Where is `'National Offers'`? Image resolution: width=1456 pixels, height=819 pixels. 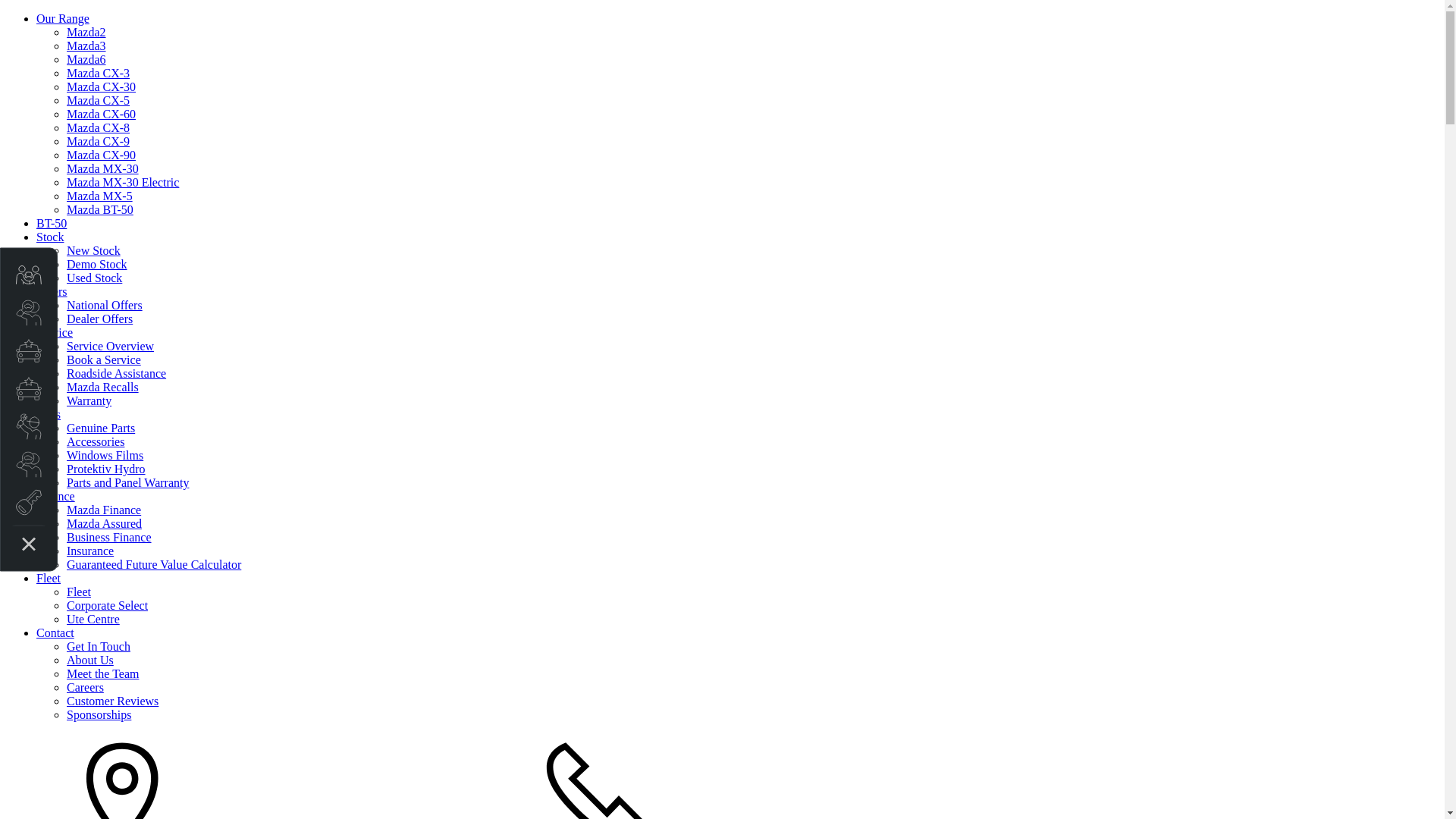 'National Offers' is located at coordinates (65, 305).